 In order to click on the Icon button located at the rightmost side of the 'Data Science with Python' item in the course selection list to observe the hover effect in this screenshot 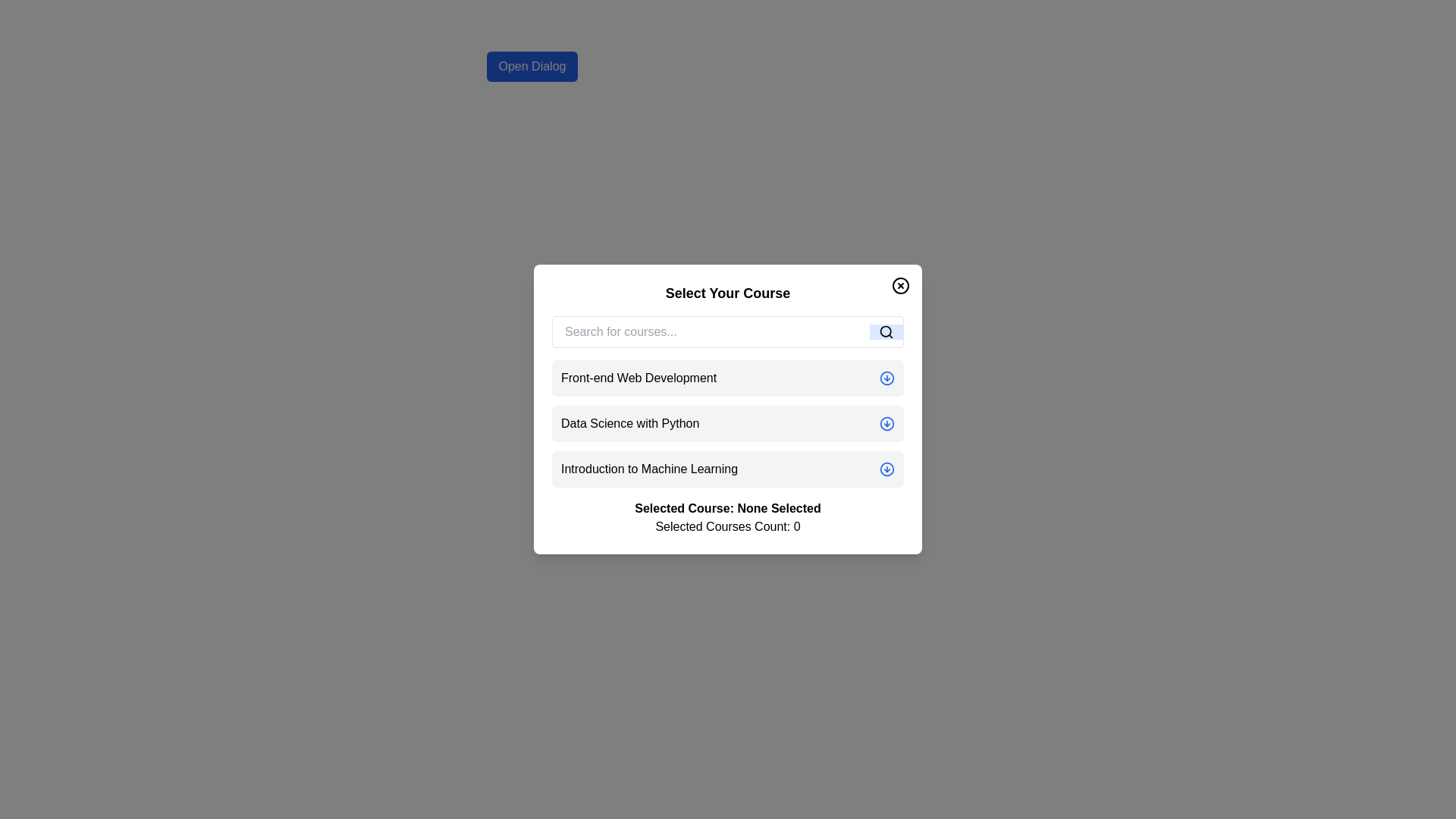, I will do `click(887, 424)`.